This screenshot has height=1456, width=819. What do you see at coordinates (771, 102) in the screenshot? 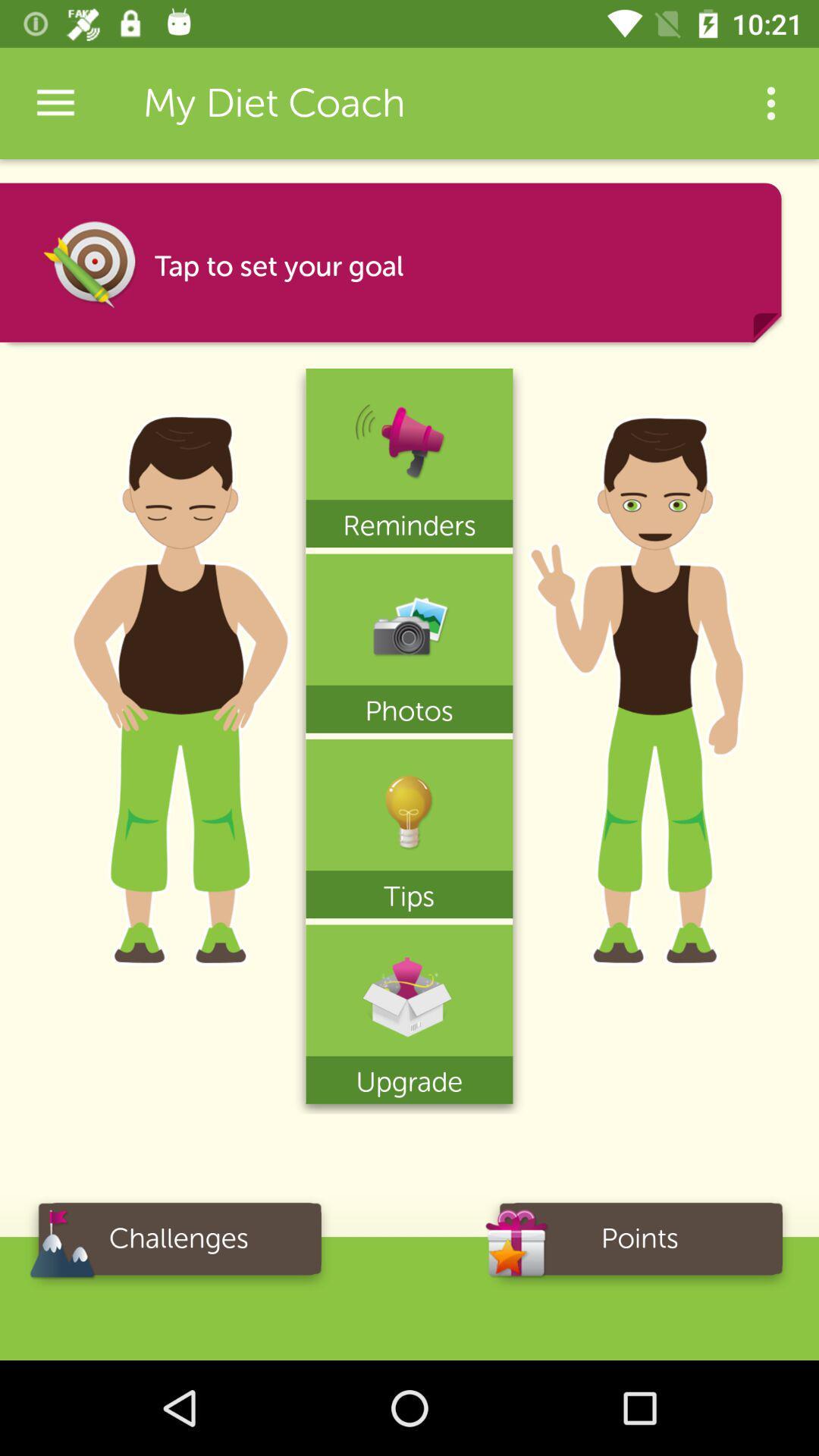
I see `the icon next to my diet coach app` at bounding box center [771, 102].